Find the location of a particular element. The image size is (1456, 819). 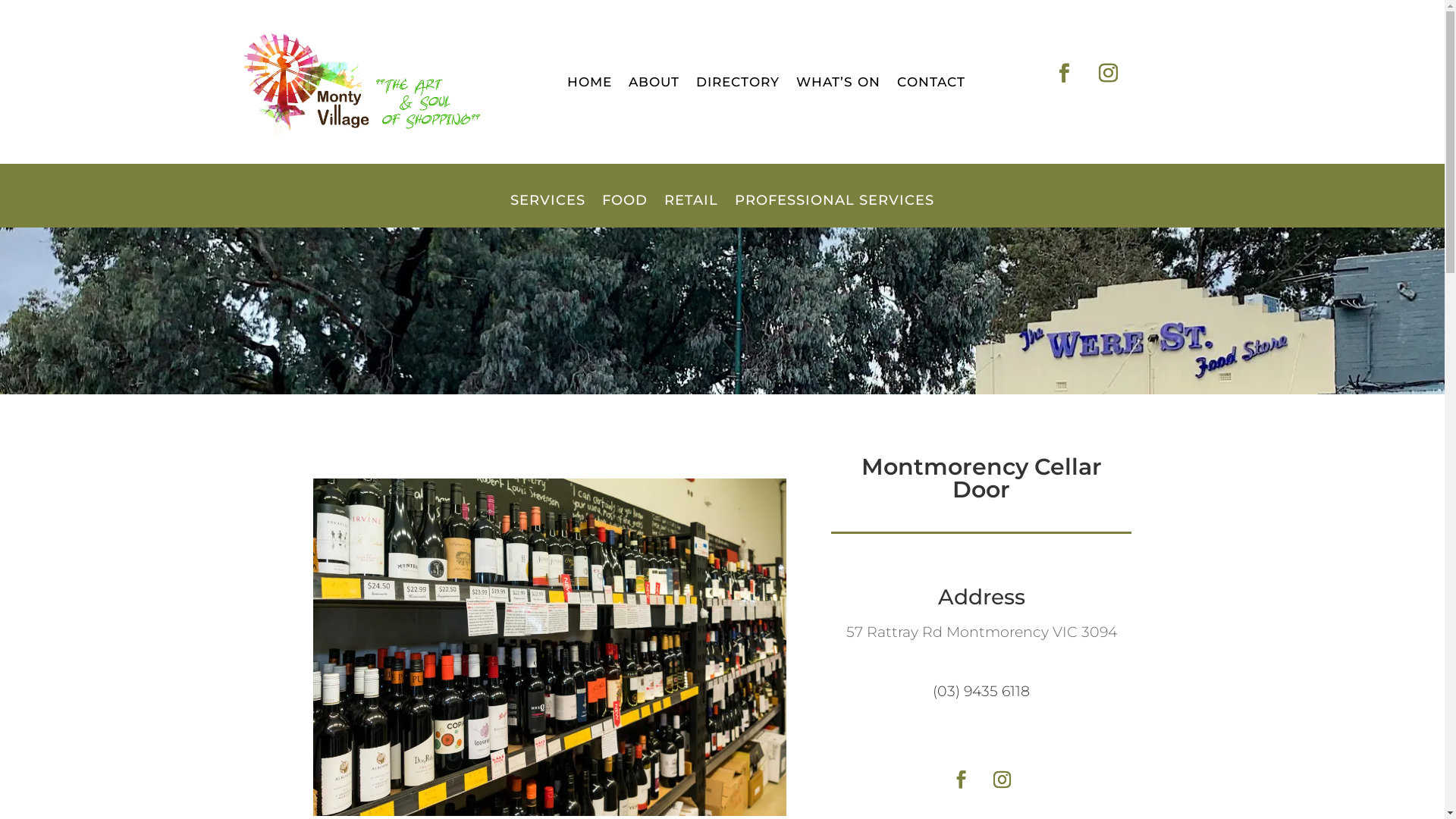

'Monty Shopping Village' is located at coordinates (356, 82).